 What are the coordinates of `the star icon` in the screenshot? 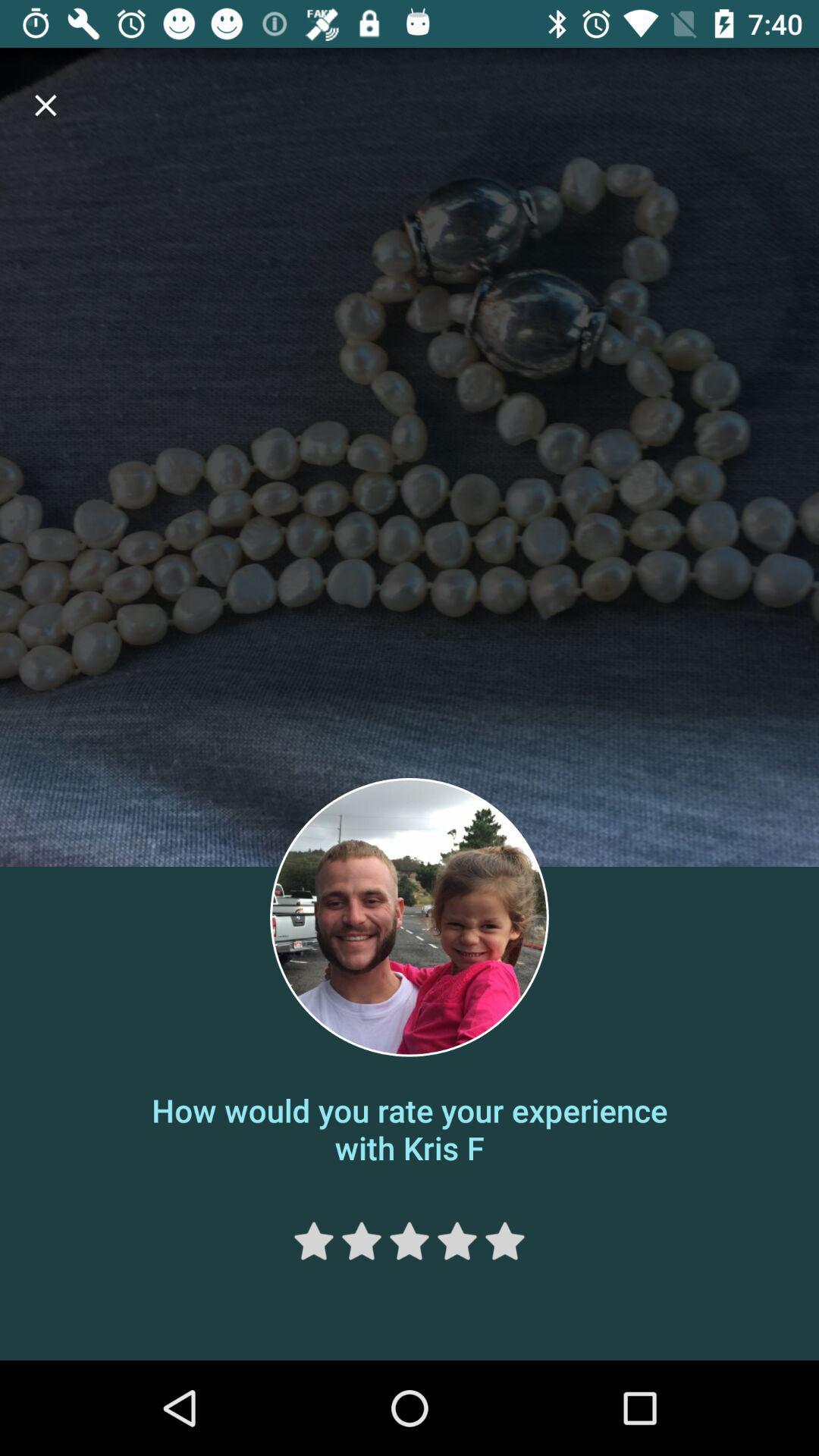 It's located at (456, 1241).